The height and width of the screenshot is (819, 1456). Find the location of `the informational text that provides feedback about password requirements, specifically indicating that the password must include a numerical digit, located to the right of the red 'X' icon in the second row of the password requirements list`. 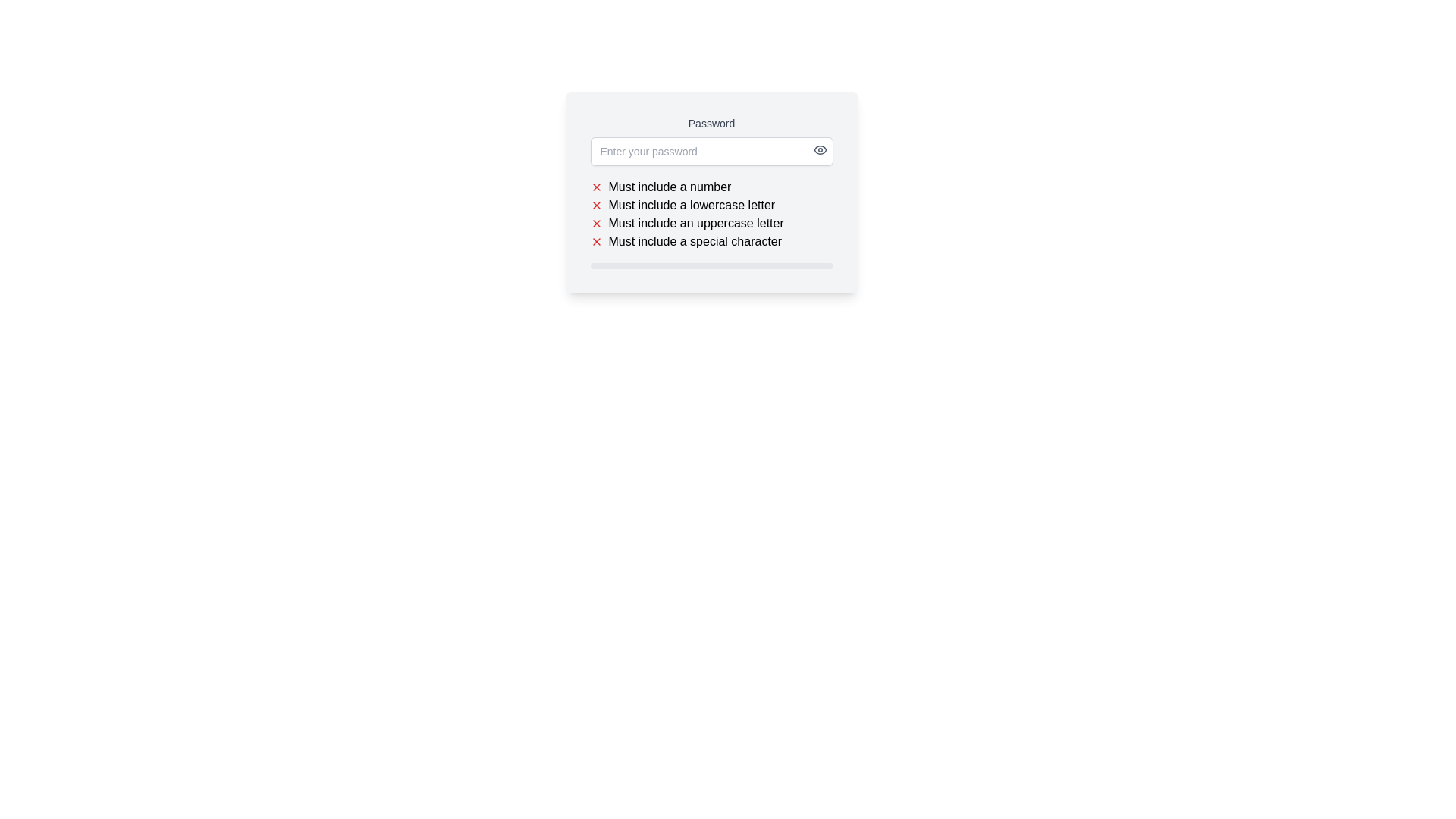

the informational text that provides feedback about password requirements, specifically indicating that the password must include a numerical digit, located to the right of the red 'X' icon in the second row of the password requirements list is located at coordinates (669, 186).